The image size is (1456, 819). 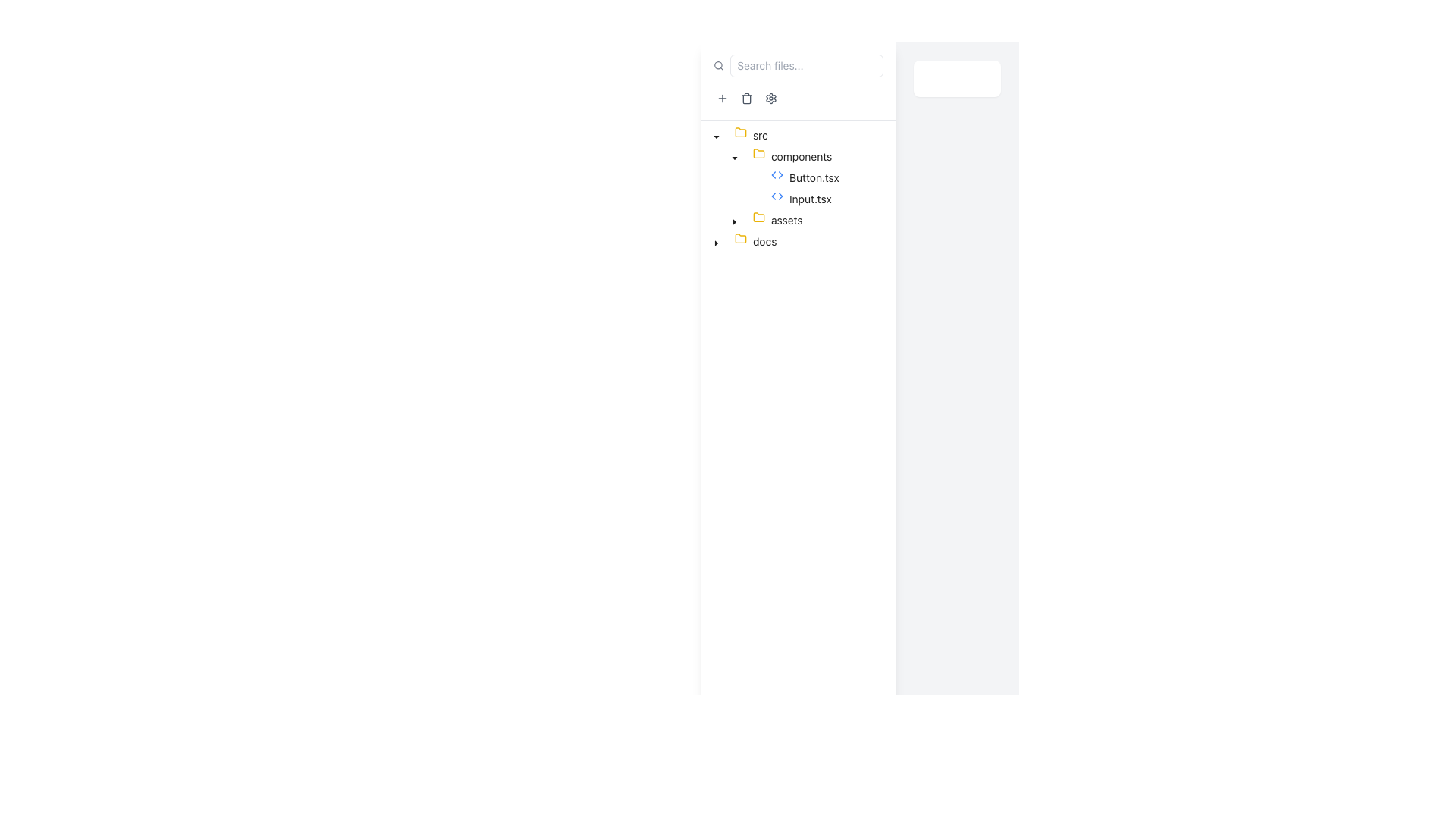 I want to click on the yellow Folder icon representing the 'docs' directory in the file navigation tree, so click(x=743, y=241).